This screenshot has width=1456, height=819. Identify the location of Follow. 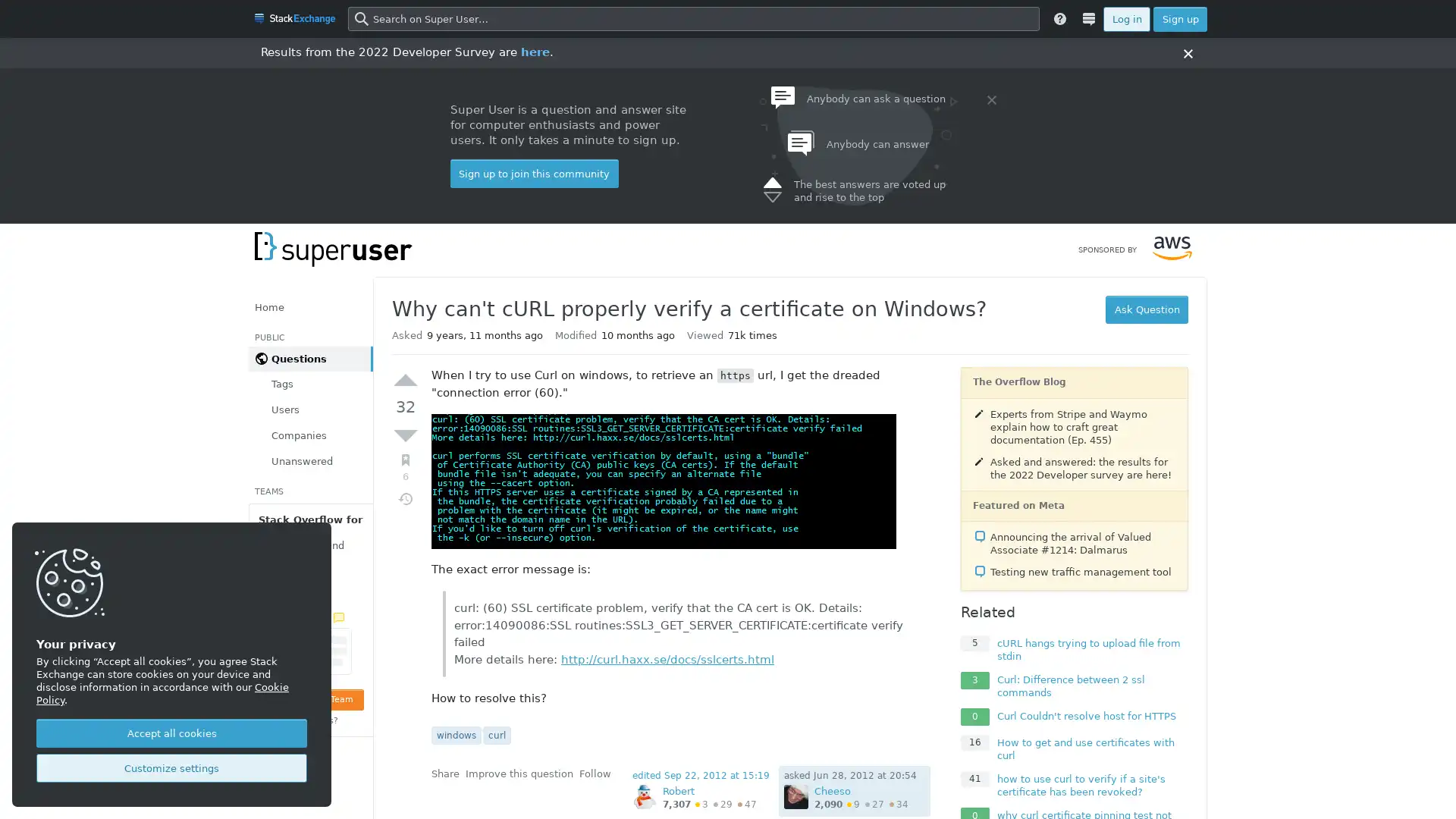
(595, 773).